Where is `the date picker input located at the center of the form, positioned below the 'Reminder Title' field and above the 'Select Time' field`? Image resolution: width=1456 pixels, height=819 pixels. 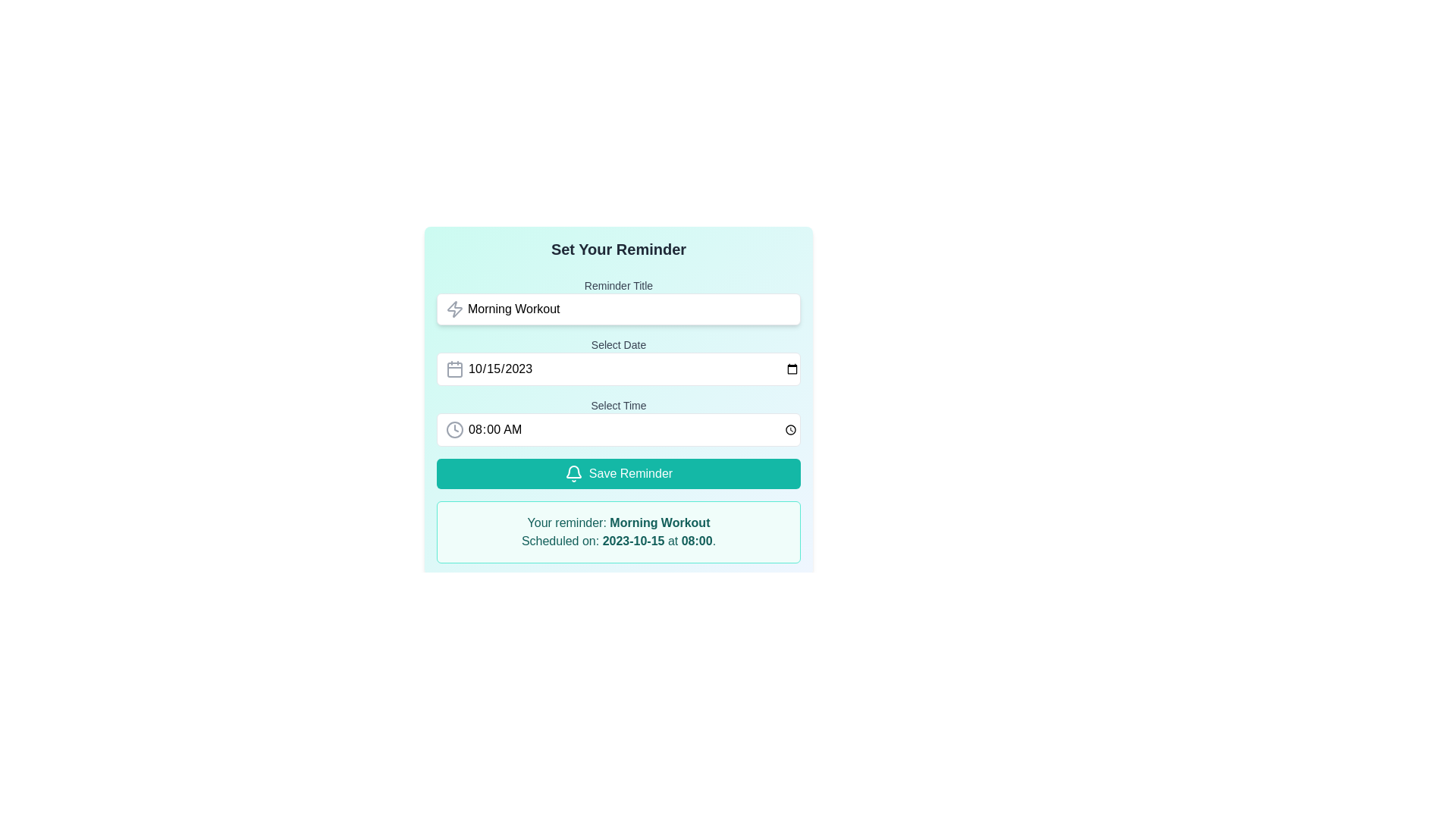
the date picker input located at the center of the form, positioned below the 'Reminder Title' field and above the 'Select Time' field is located at coordinates (619, 362).